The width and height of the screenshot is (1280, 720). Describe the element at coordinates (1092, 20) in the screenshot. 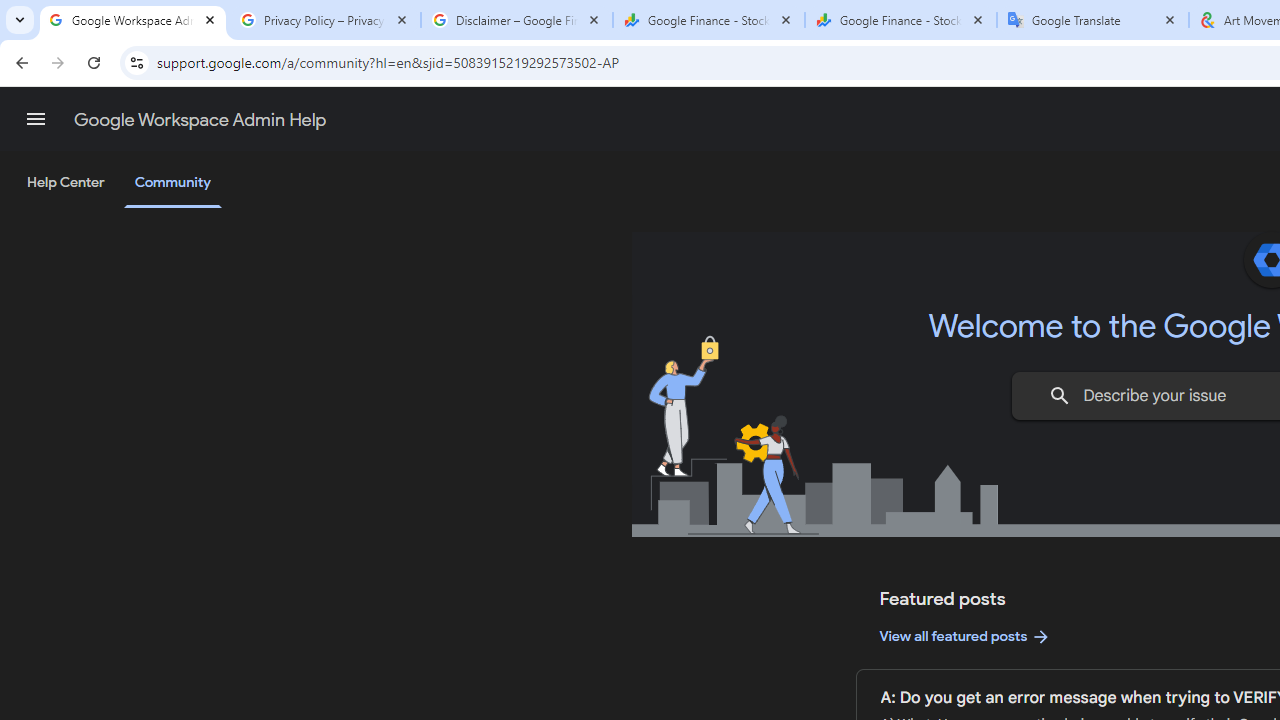

I see `'Google Translate'` at that location.